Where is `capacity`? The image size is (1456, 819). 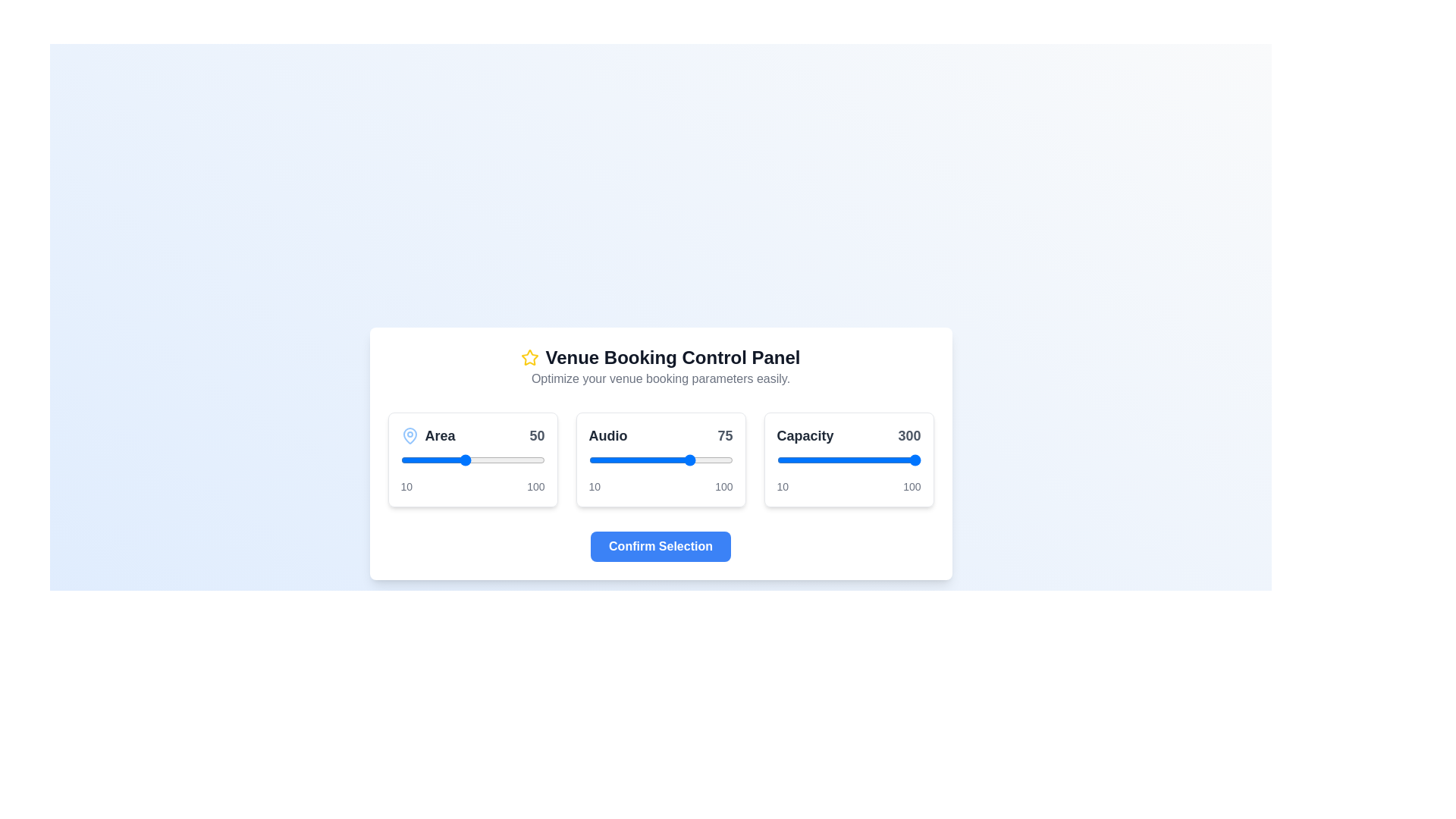 capacity is located at coordinates (809, 459).